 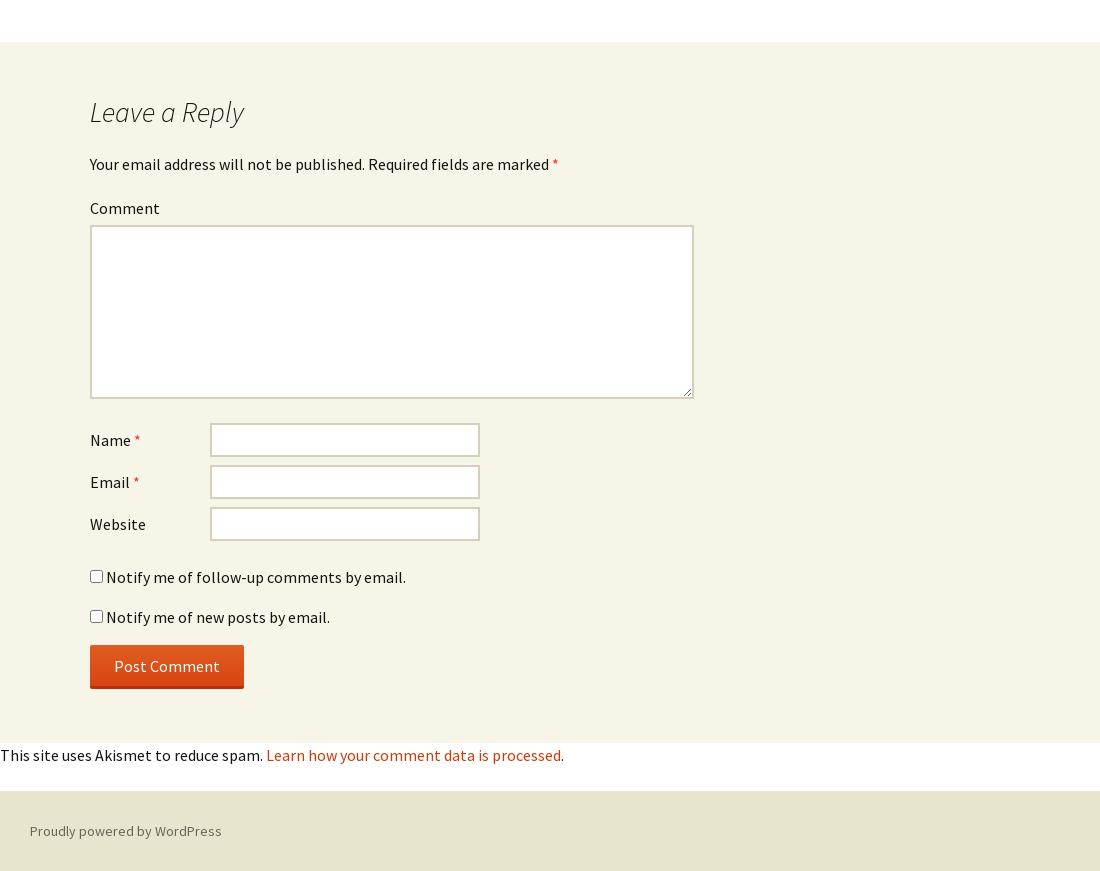 What do you see at coordinates (0, 754) in the screenshot?
I see `'This site uses Akismet to reduce spam.'` at bounding box center [0, 754].